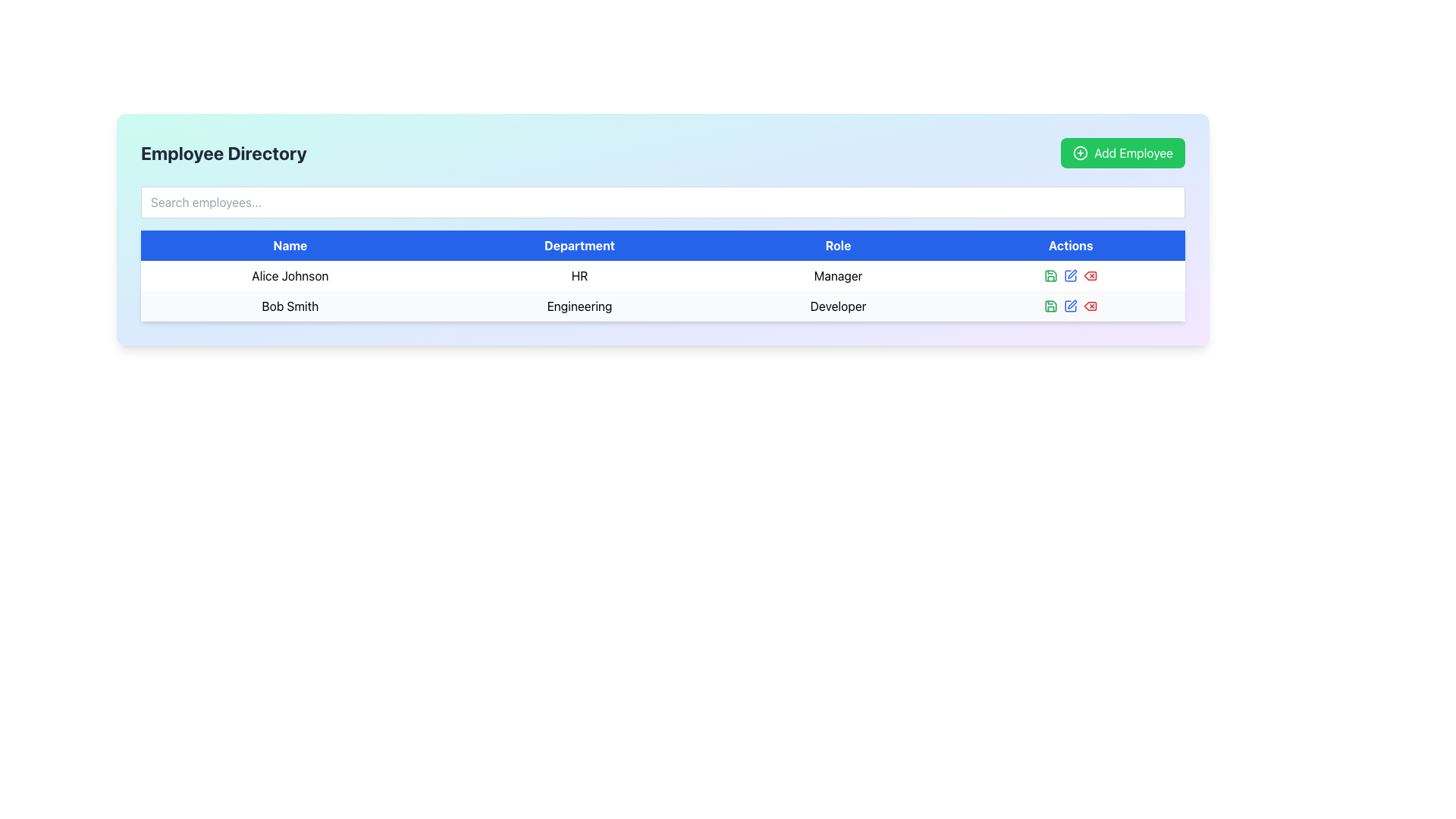 This screenshot has height=819, width=1456. I want to click on the Text label displaying the name of a specific individual in the second row of the table, located in the 'Name' column, so click(290, 306).